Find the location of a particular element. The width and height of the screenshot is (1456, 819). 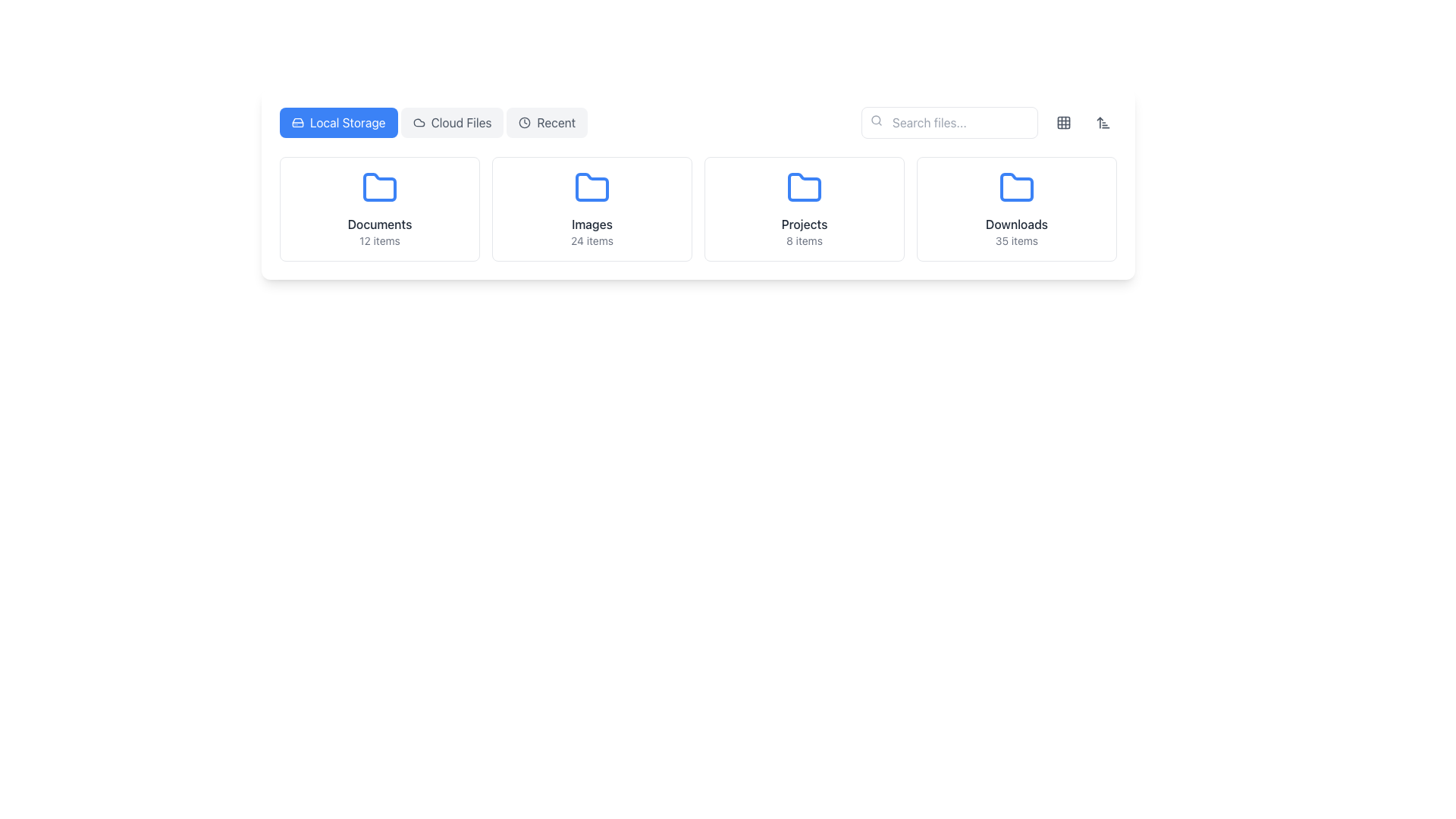

the static text label displaying '24 items' in a small gray font, located beneath the 'Images' folder icon is located at coordinates (591, 240).